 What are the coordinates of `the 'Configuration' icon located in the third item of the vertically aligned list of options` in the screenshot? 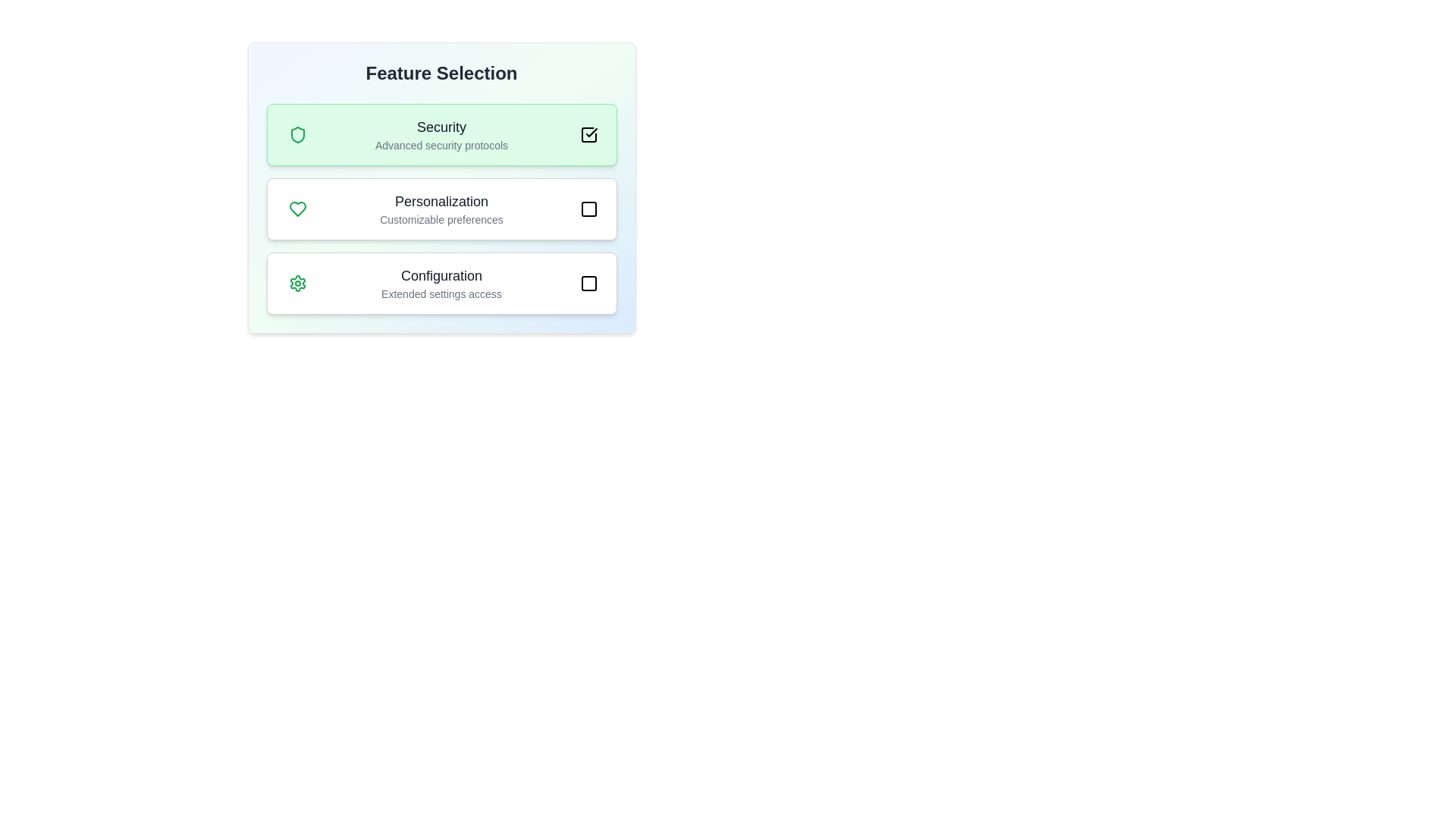 It's located at (297, 284).